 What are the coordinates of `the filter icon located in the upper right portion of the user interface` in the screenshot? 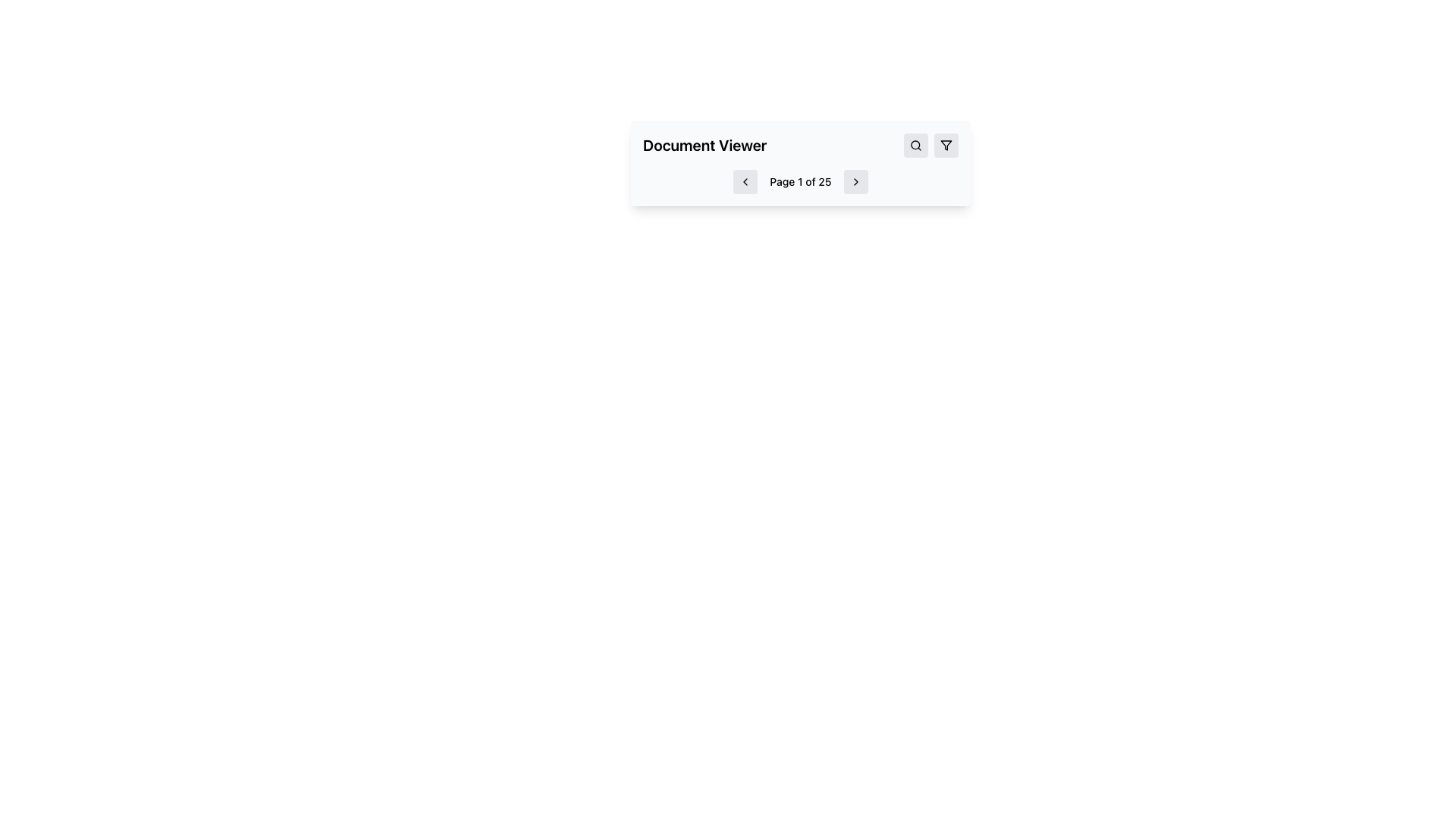 It's located at (946, 146).